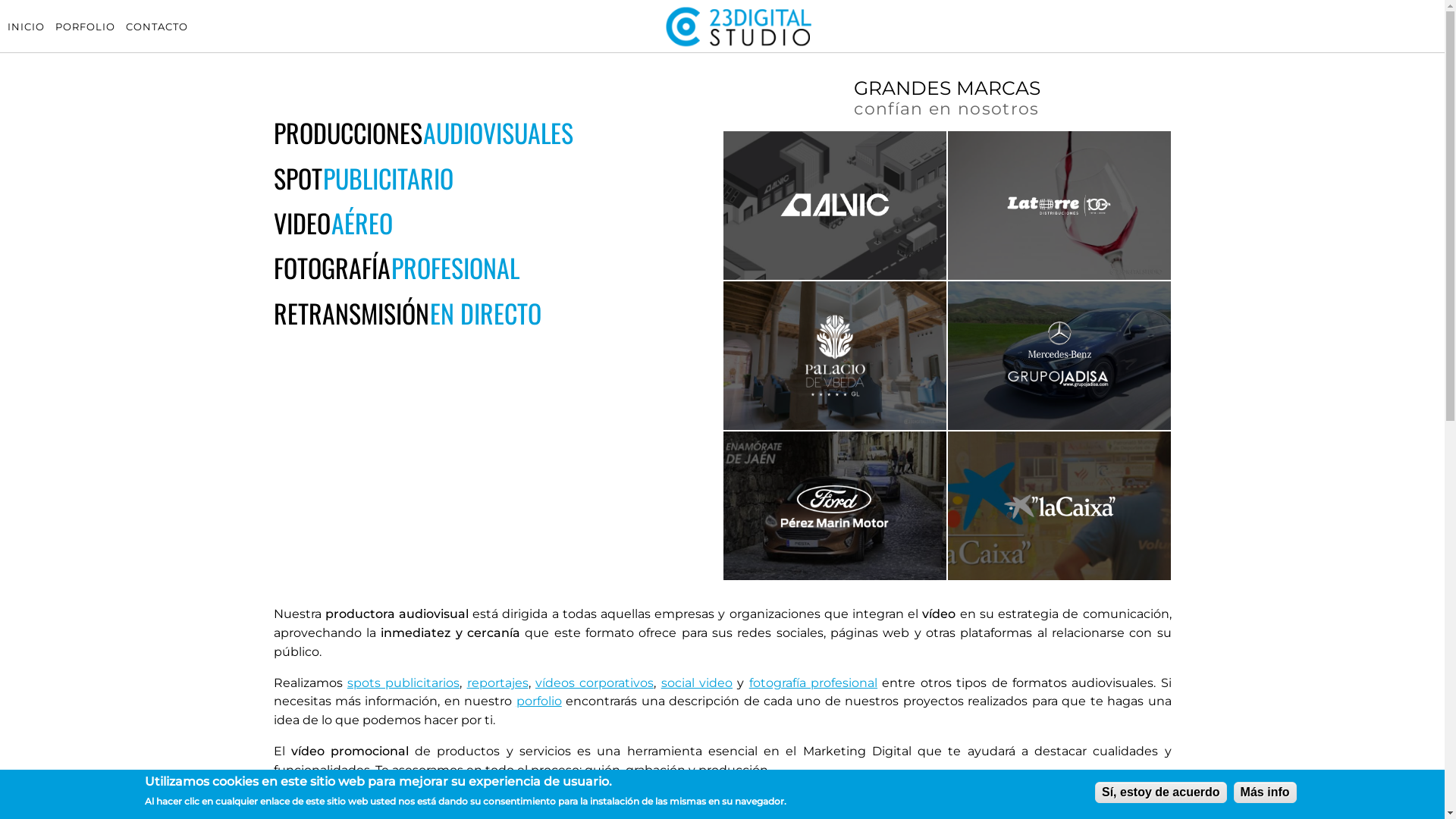  Describe the element at coordinates (346, 682) in the screenshot. I see `'spots publicitarios'` at that location.